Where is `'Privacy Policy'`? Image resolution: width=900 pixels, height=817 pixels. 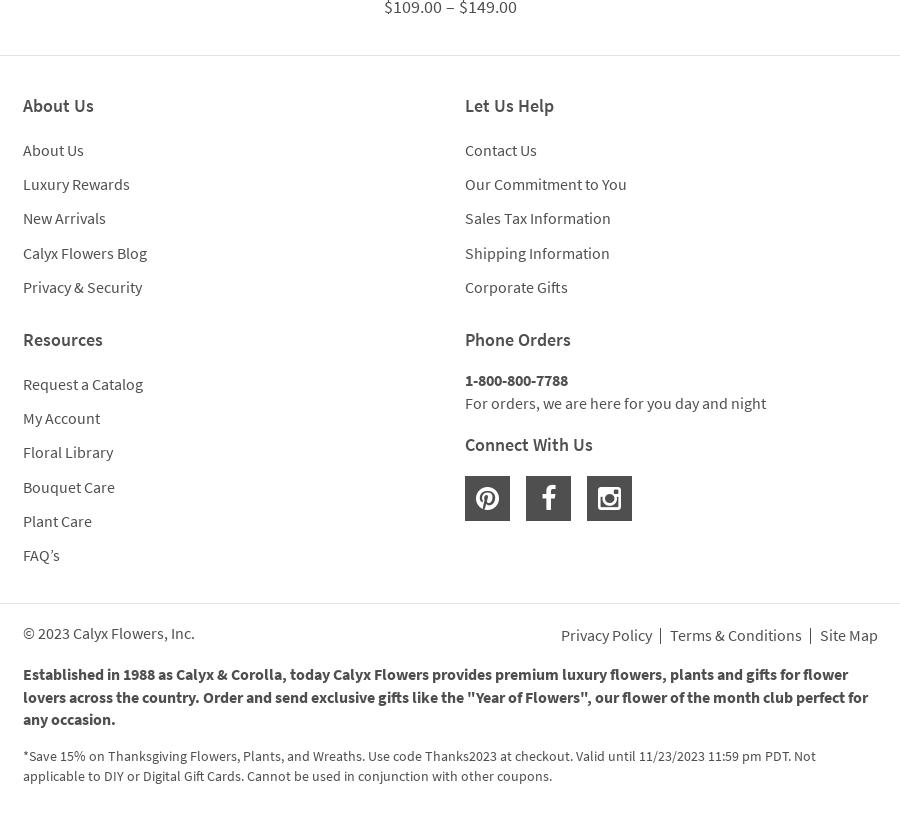 'Privacy Policy' is located at coordinates (605, 635).